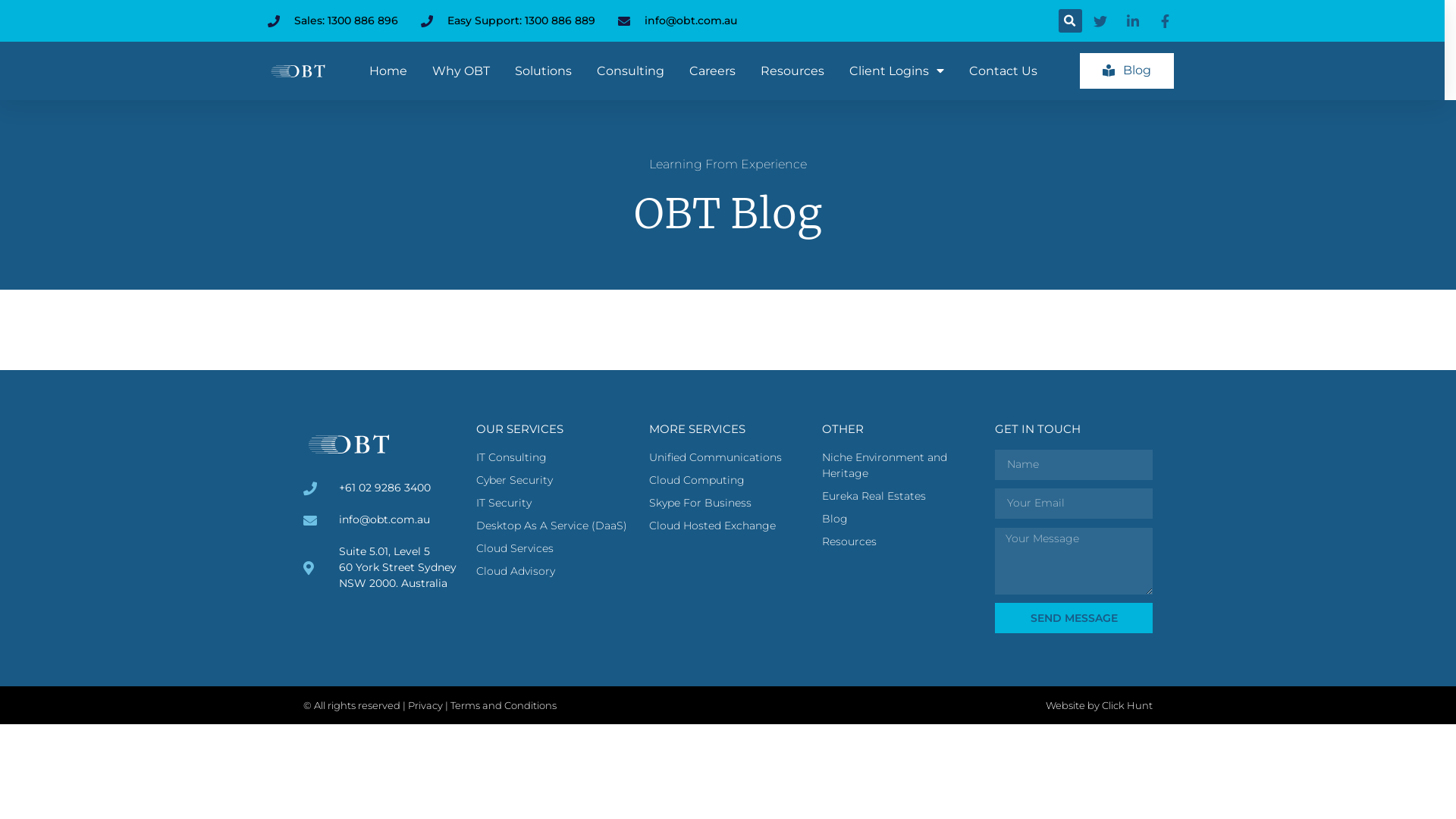 The height and width of the screenshot is (819, 1456). What do you see at coordinates (676, 20) in the screenshot?
I see `'info@obt.com.au'` at bounding box center [676, 20].